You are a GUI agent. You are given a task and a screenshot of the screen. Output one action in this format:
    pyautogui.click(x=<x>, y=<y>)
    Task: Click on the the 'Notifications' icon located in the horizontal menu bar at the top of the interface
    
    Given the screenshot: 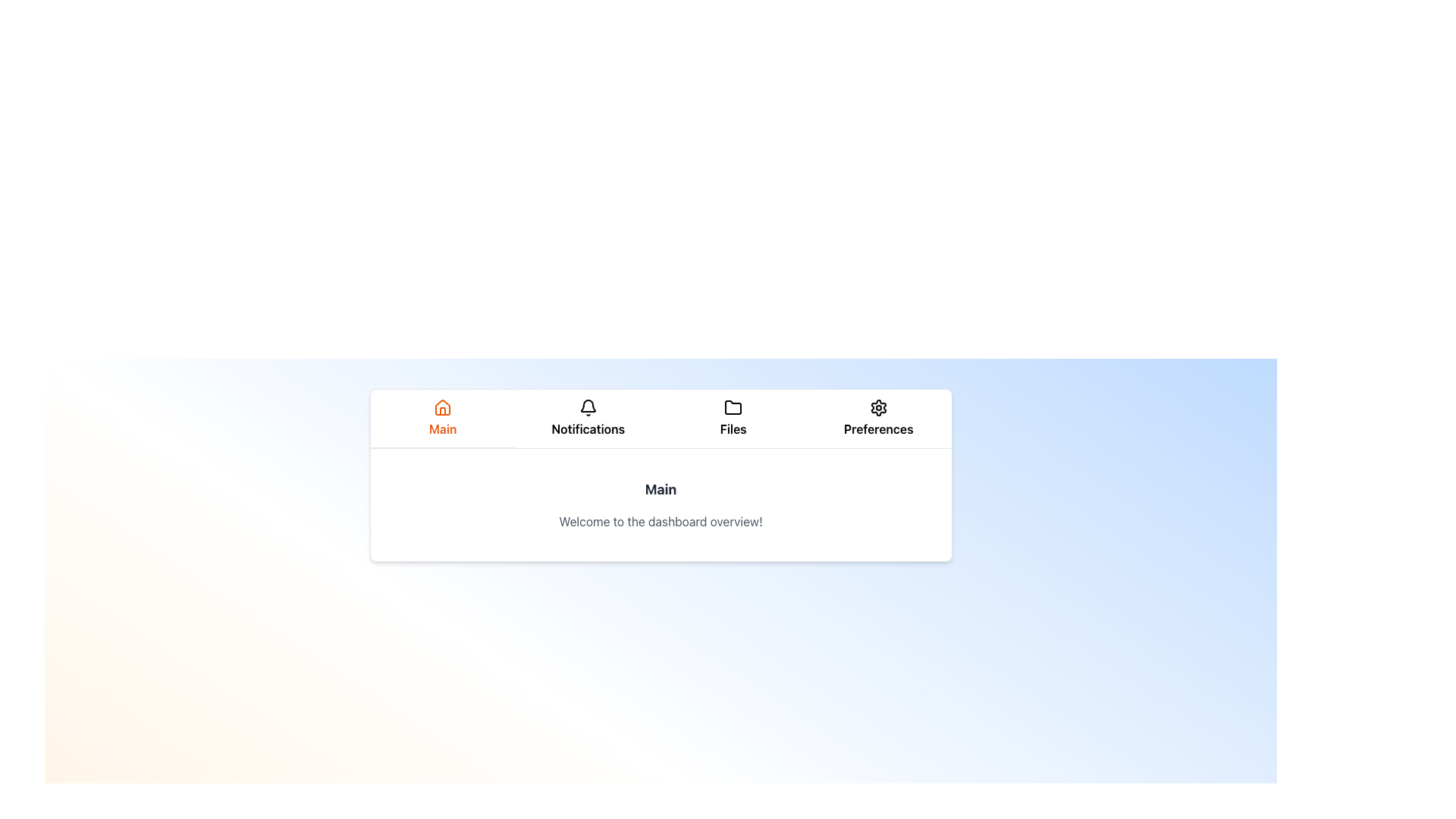 What is the action you would take?
    pyautogui.click(x=587, y=406)
    